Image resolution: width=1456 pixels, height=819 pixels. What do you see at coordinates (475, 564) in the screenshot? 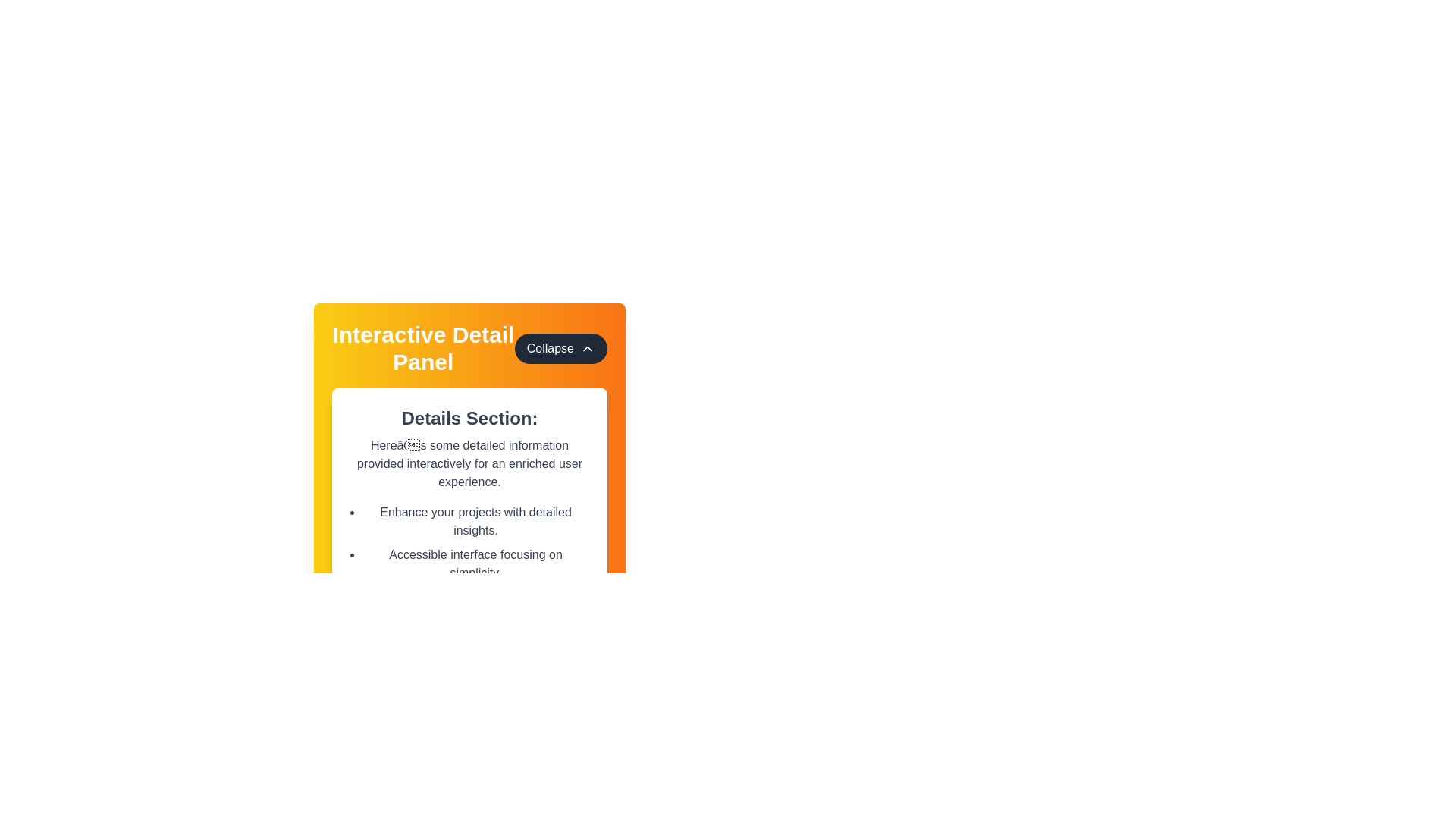
I see `the textual list item containing the text 'Accessible interface focusing on simplicity.' located in the 'Details Section' box under the 'Interactive Detail Panel'` at bounding box center [475, 564].